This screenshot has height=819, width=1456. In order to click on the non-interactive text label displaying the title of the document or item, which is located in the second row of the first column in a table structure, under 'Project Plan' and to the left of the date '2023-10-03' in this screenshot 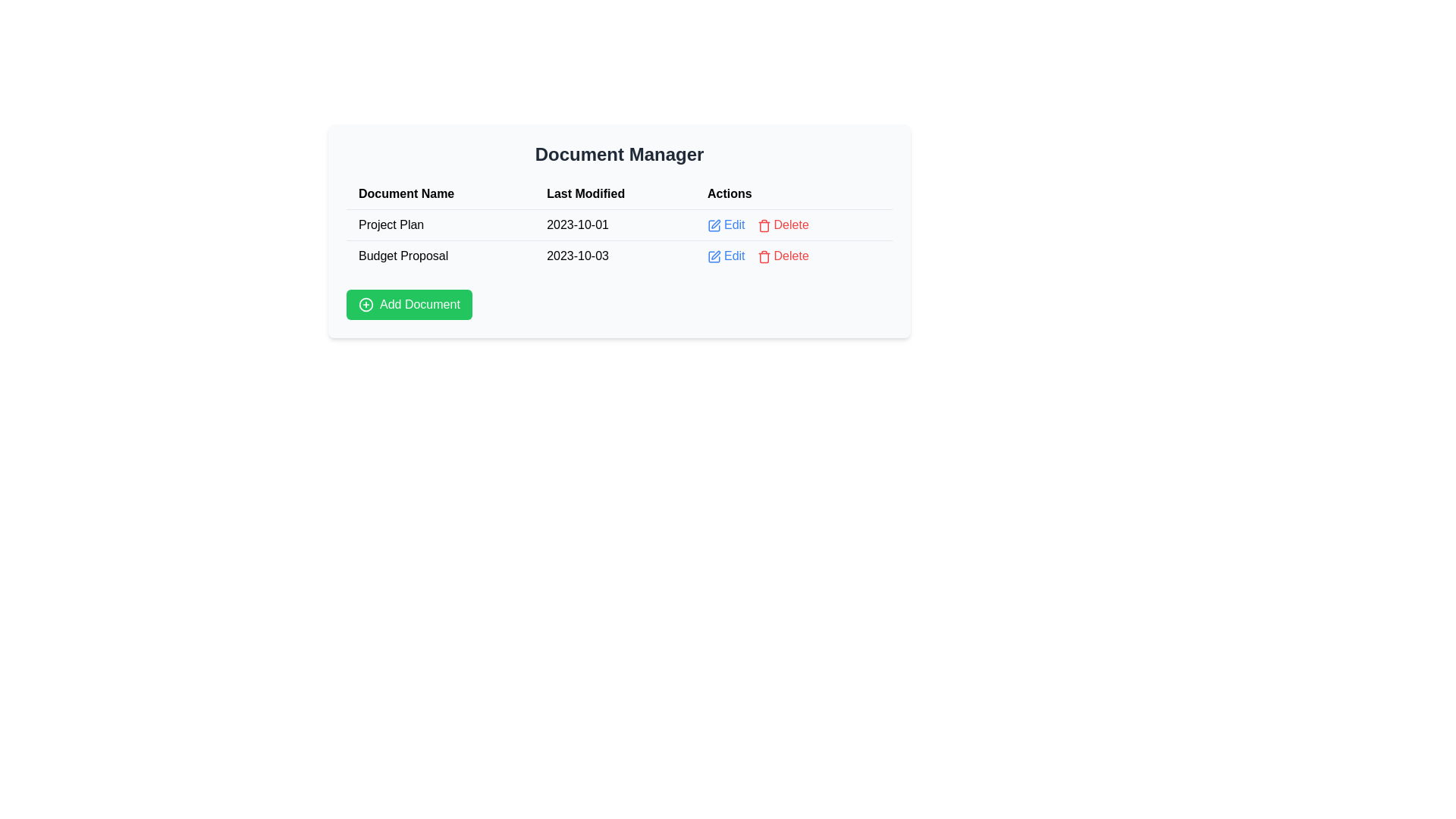, I will do `click(439, 255)`.